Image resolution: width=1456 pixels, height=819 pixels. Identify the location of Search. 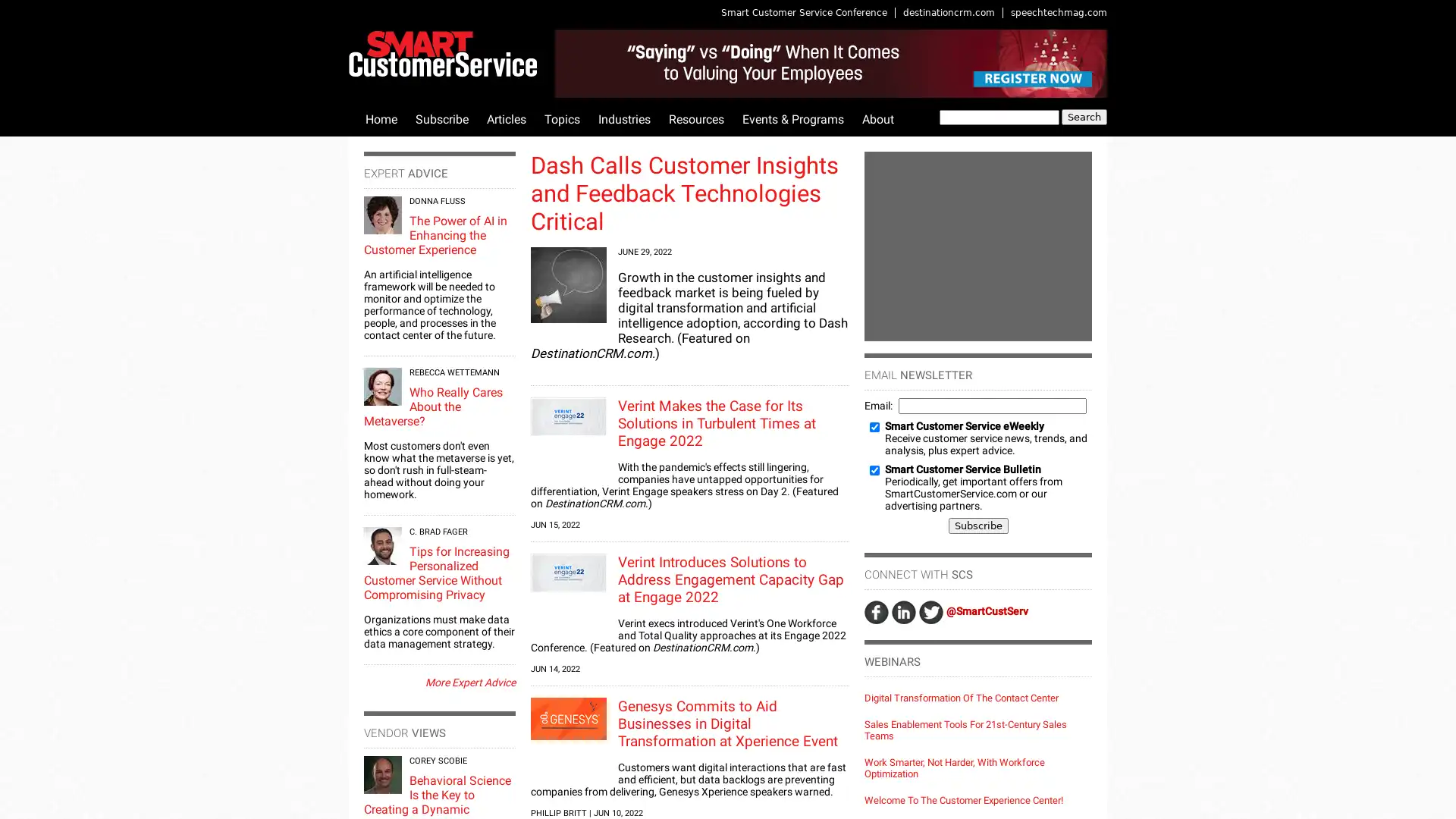
(1084, 116).